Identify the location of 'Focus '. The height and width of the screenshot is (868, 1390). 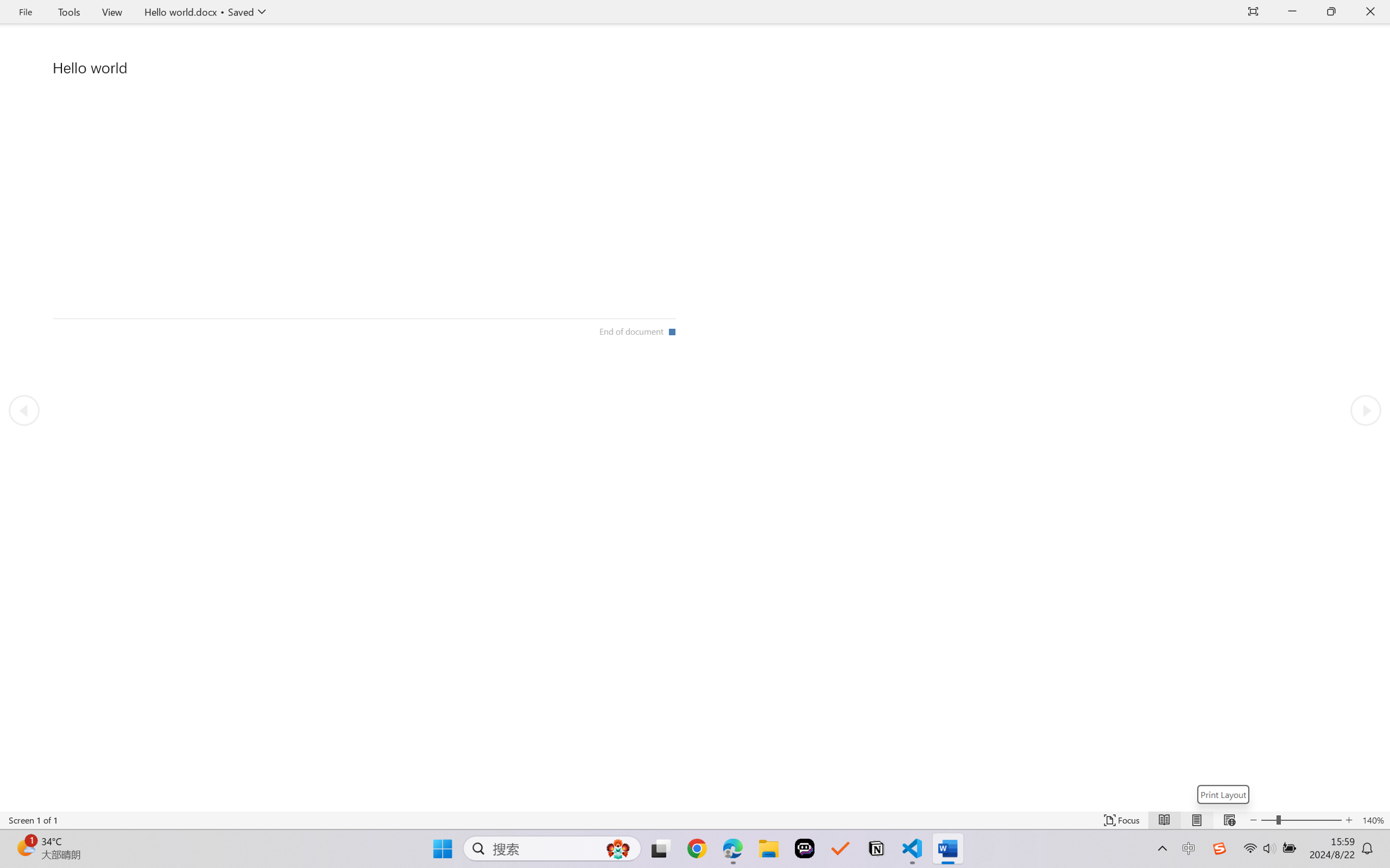
(1122, 820).